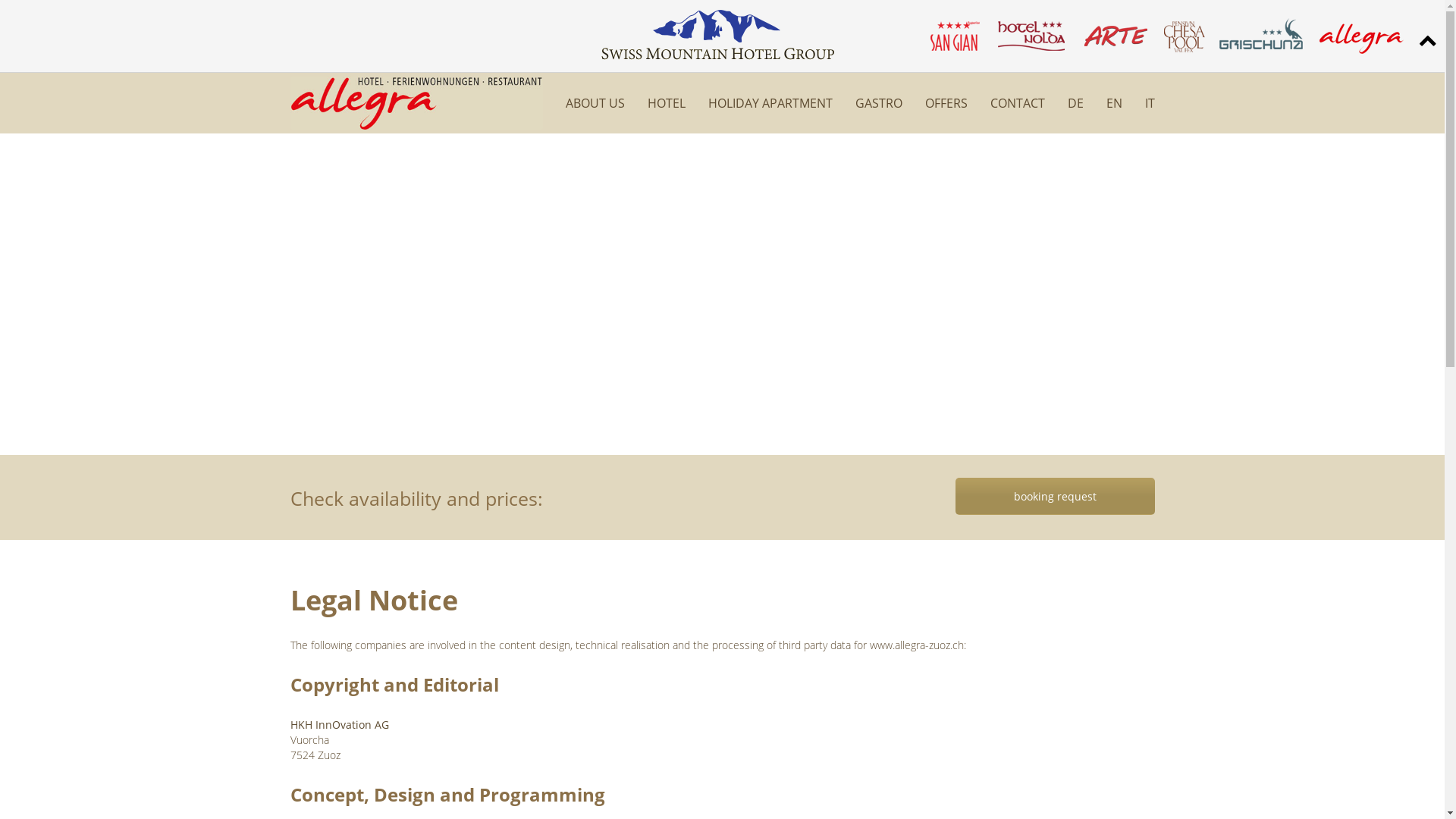  I want to click on 'EN', so click(1106, 102).